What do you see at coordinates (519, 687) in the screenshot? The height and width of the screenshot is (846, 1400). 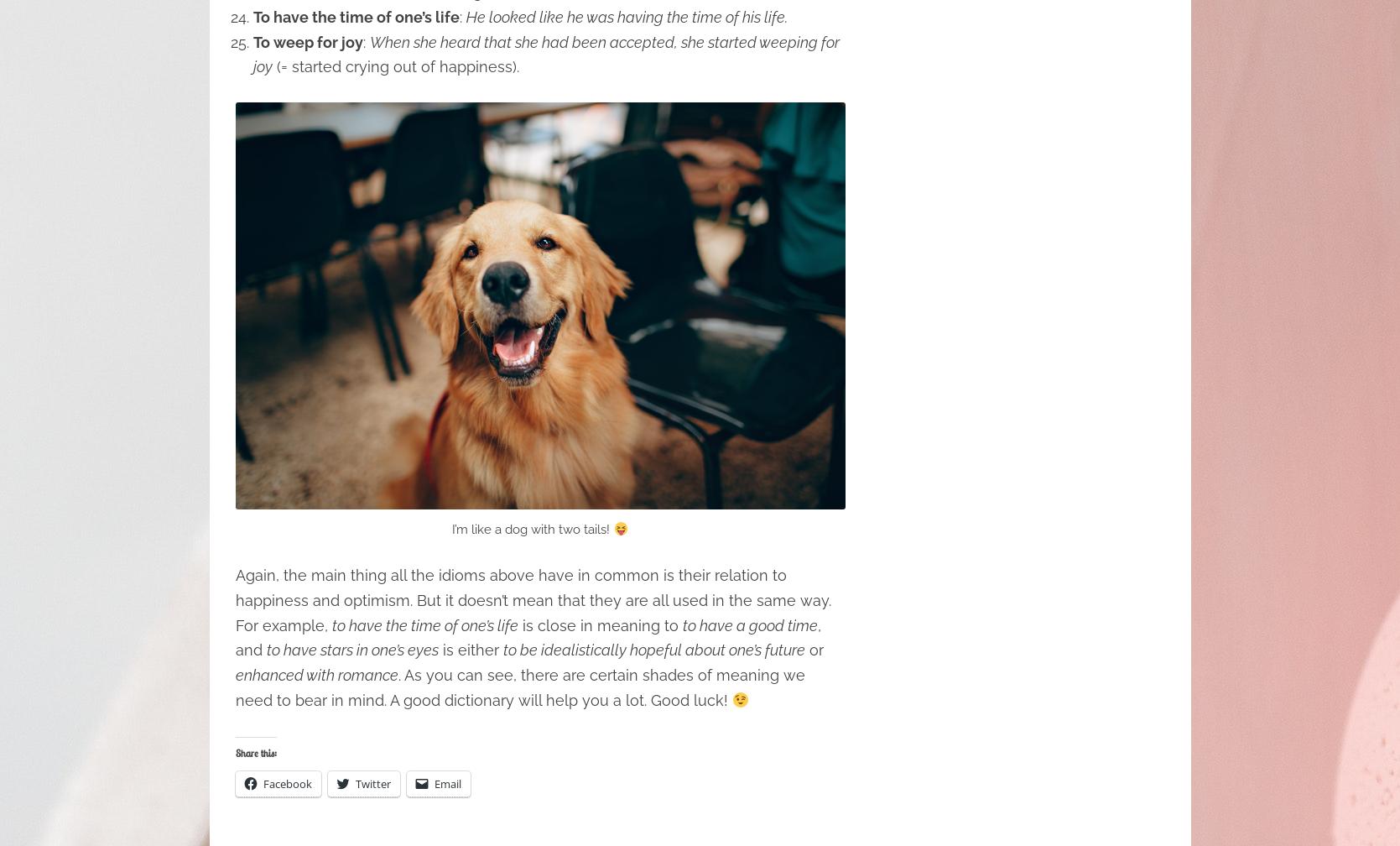 I see `'. As you can see, there are certain shades of meaning we need to bear in mind. A good dictionary will help you a lot. Good luck!'` at bounding box center [519, 687].